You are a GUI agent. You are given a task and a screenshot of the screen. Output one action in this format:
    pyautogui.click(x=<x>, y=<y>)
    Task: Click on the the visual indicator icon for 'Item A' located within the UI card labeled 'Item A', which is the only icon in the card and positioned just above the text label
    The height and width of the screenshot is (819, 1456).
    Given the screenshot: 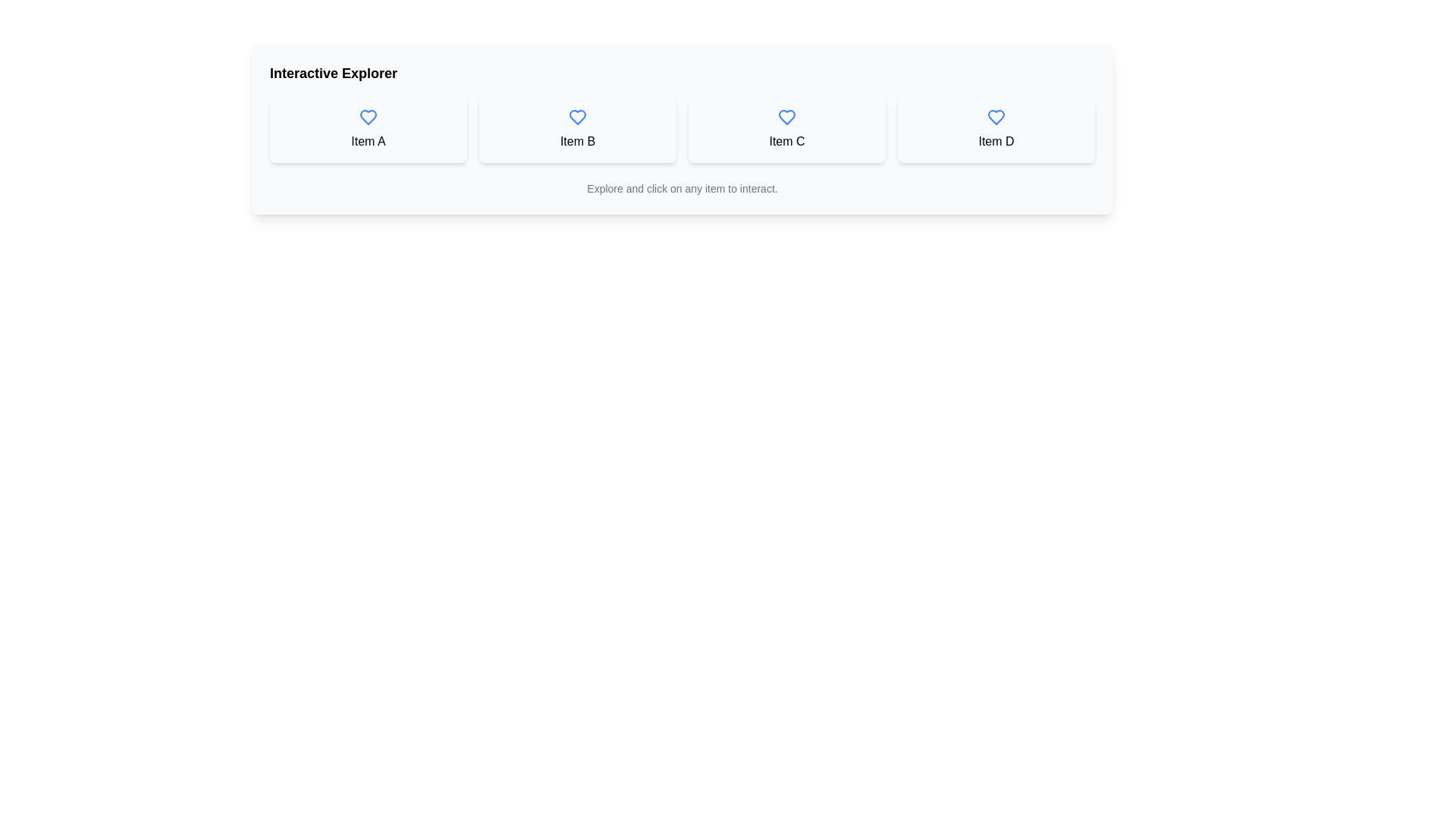 What is the action you would take?
    pyautogui.click(x=368, y=116)
    